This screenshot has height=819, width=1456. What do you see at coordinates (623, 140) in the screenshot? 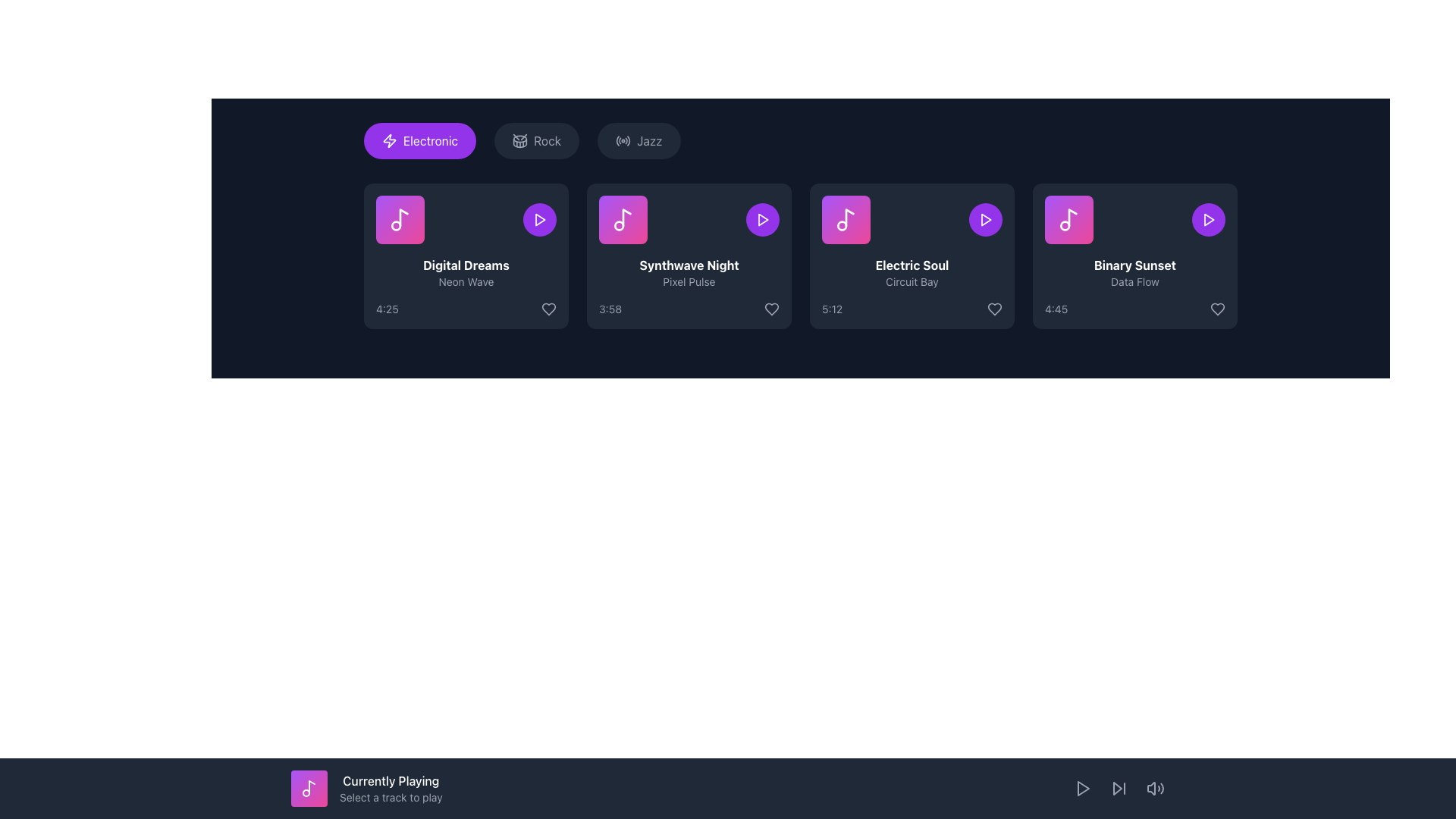
I see `the state of the 'Jazz' genre icon, which indicates it as a selected or activatable category, positioned near the left edge of the button alongside the text label` at bounding box center [623, 140].